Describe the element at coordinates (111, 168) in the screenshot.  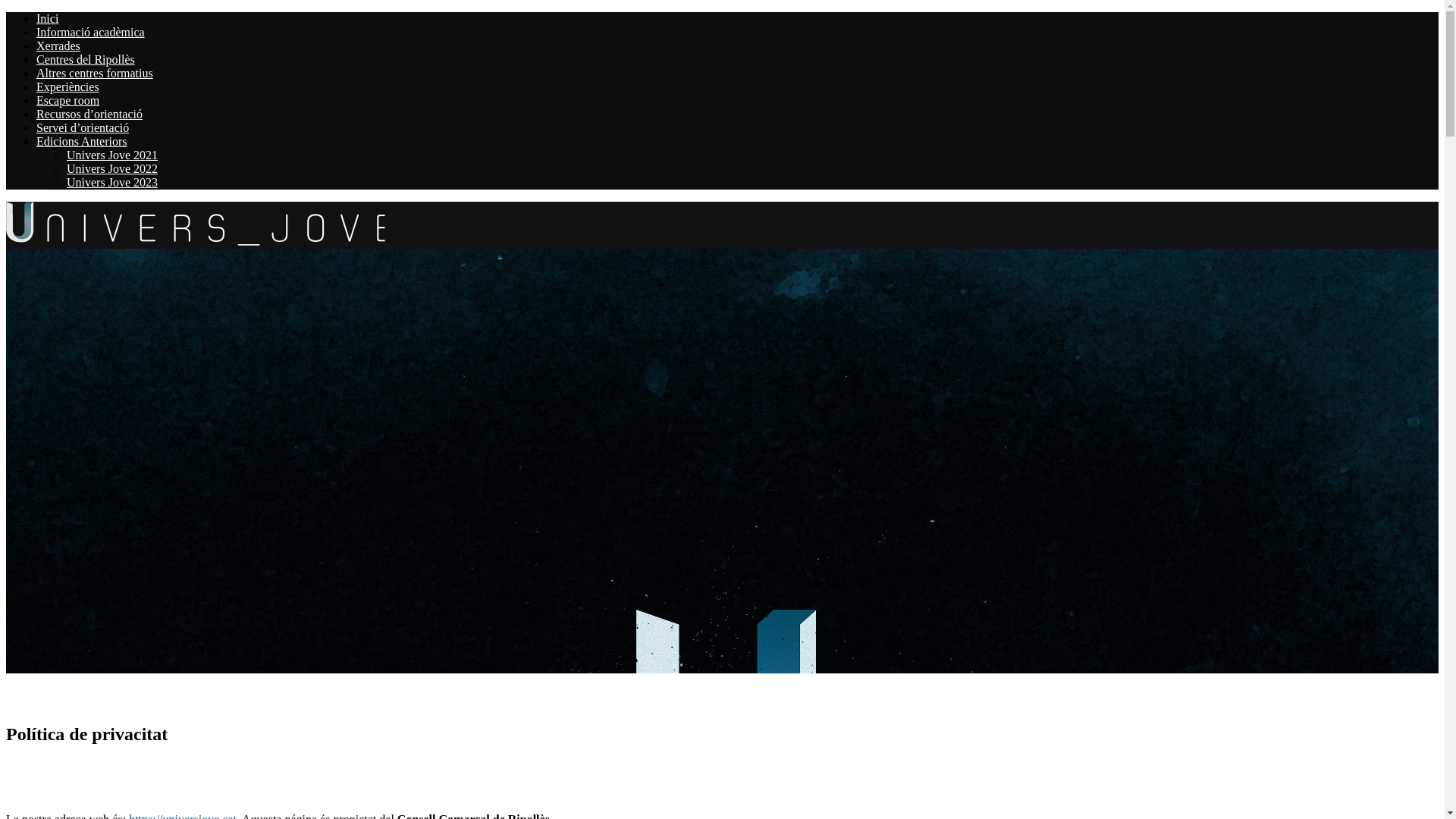
I see `'Univers Jove 2022'` at that location.